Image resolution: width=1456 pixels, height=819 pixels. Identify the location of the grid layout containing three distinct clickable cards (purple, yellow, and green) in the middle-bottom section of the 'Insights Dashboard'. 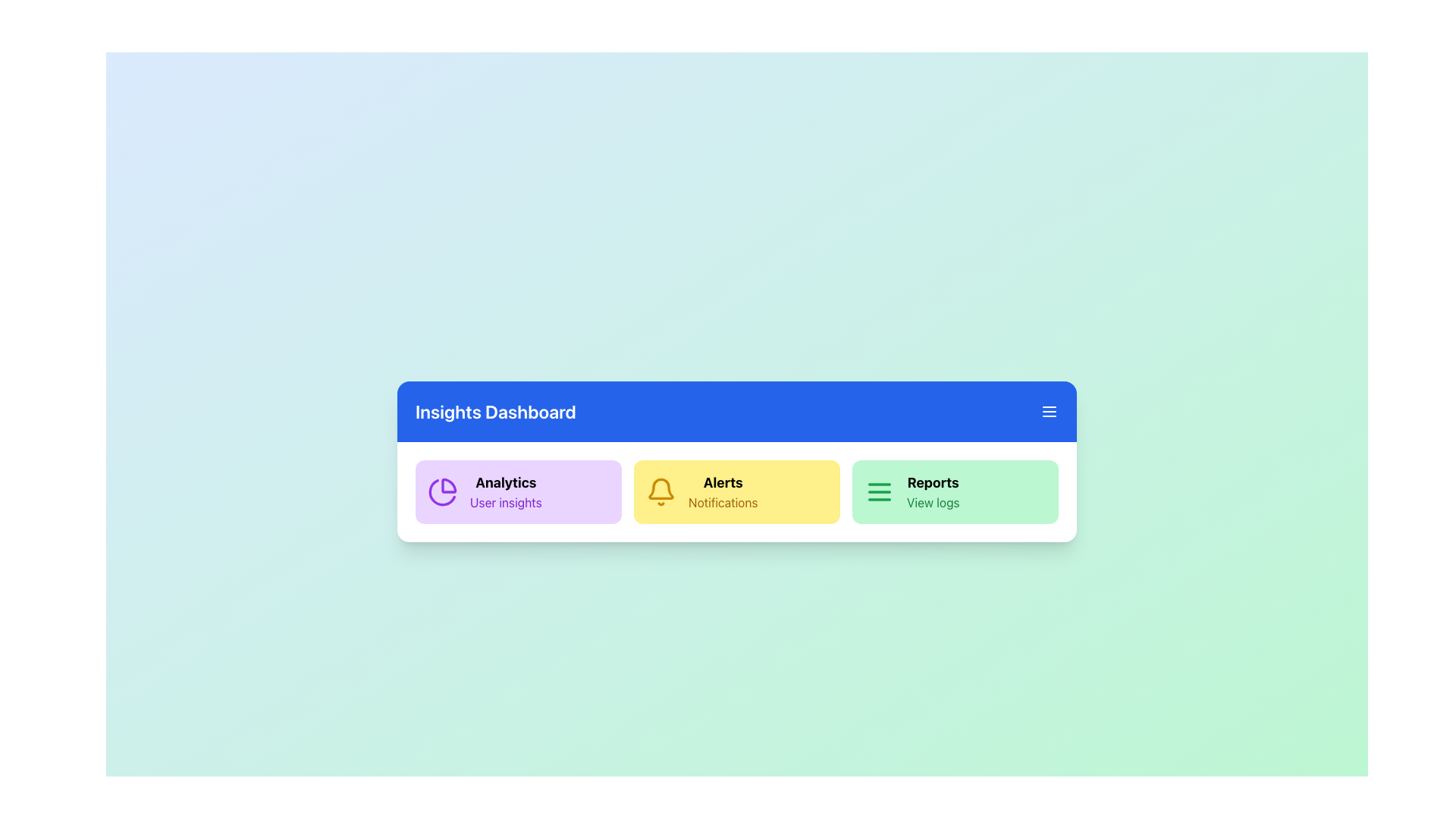
(736, 491).